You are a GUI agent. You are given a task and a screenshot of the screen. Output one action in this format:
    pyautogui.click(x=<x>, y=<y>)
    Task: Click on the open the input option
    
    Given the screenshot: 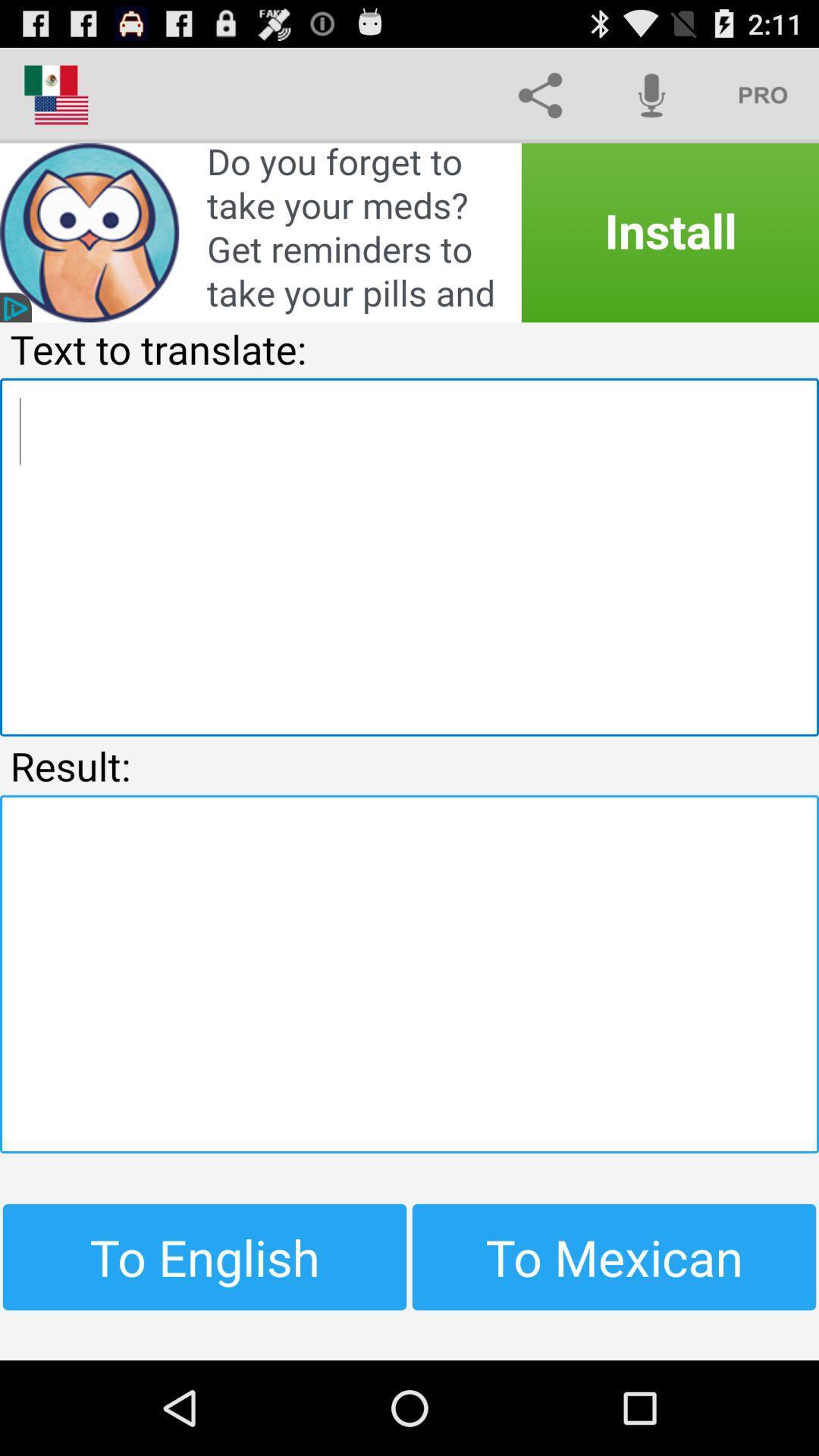 What is the action you would take?
    pyautogui.click(x=409, y=556)
    